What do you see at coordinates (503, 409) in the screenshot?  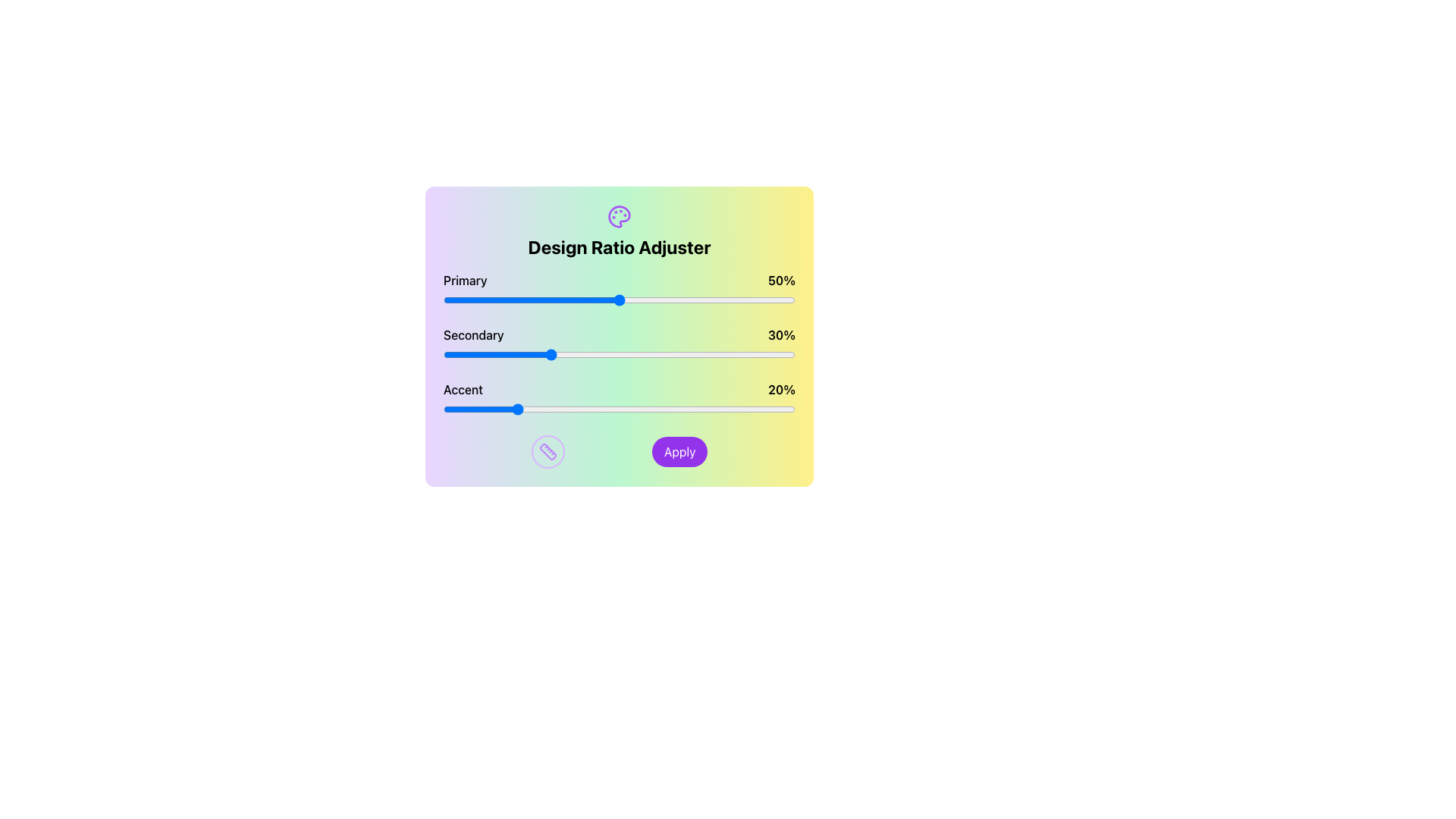 I see `the accent ratio` at bounding box center [503, 409].